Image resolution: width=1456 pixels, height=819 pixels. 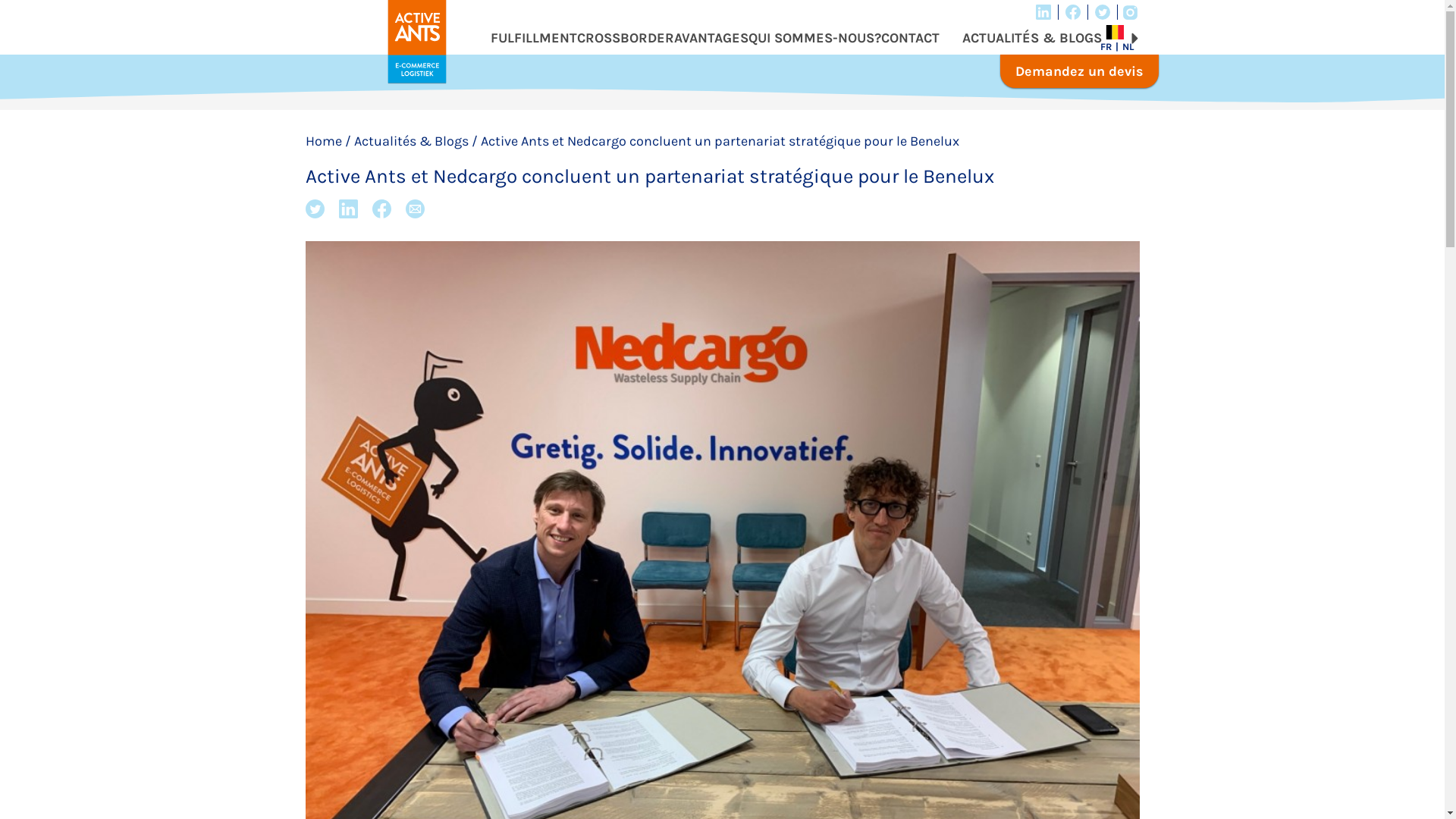 What do you see at coordinates (910, 37) in the screenshot?
I see `'CONTACT'` at bounding box center [910, 37].